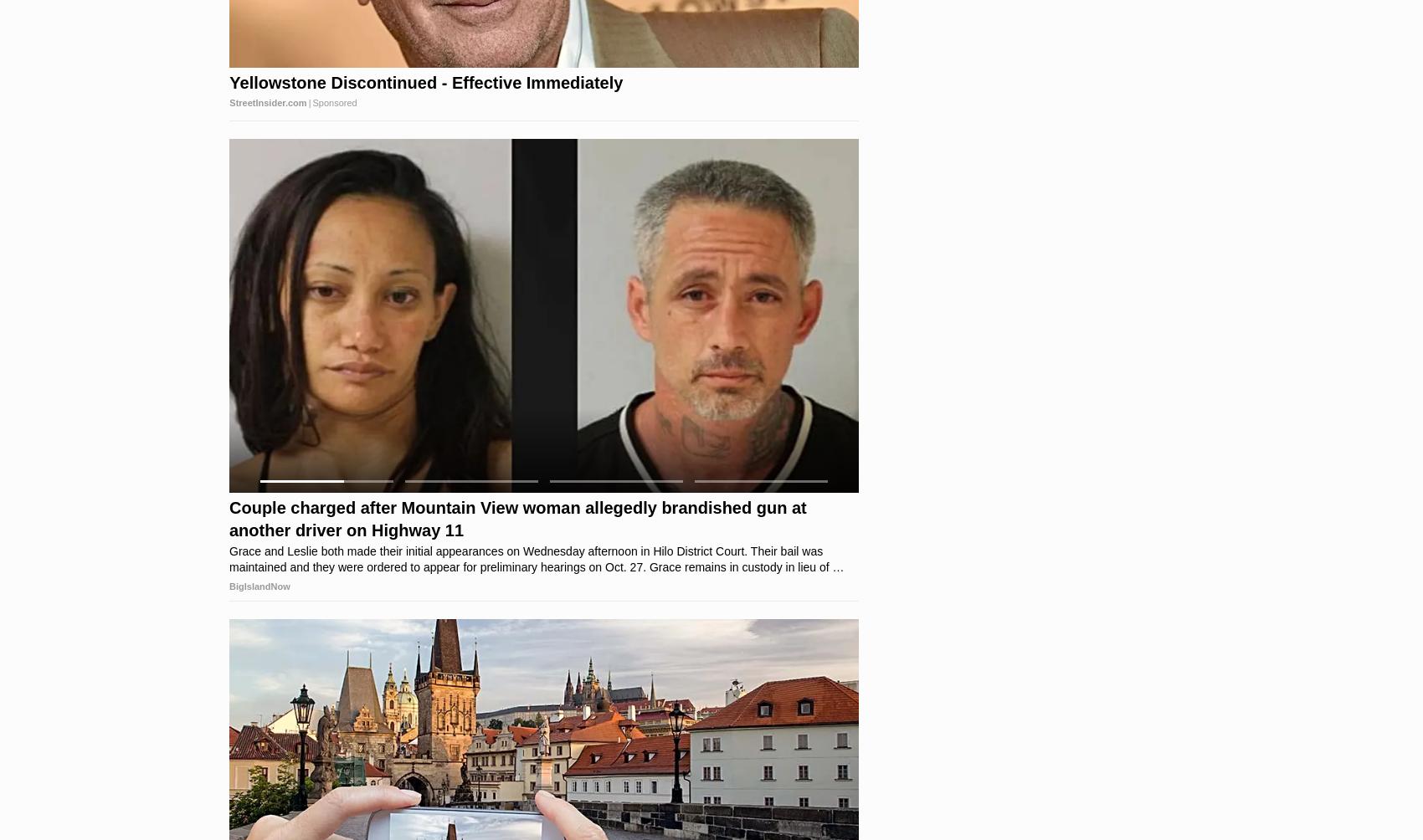 The height and width of the screenshot is (840, 1423). Describe the element at coordinates (229, 508) in the screenshot. I see `'This Is The Car Travis Kelce Really Drives'` at that location.